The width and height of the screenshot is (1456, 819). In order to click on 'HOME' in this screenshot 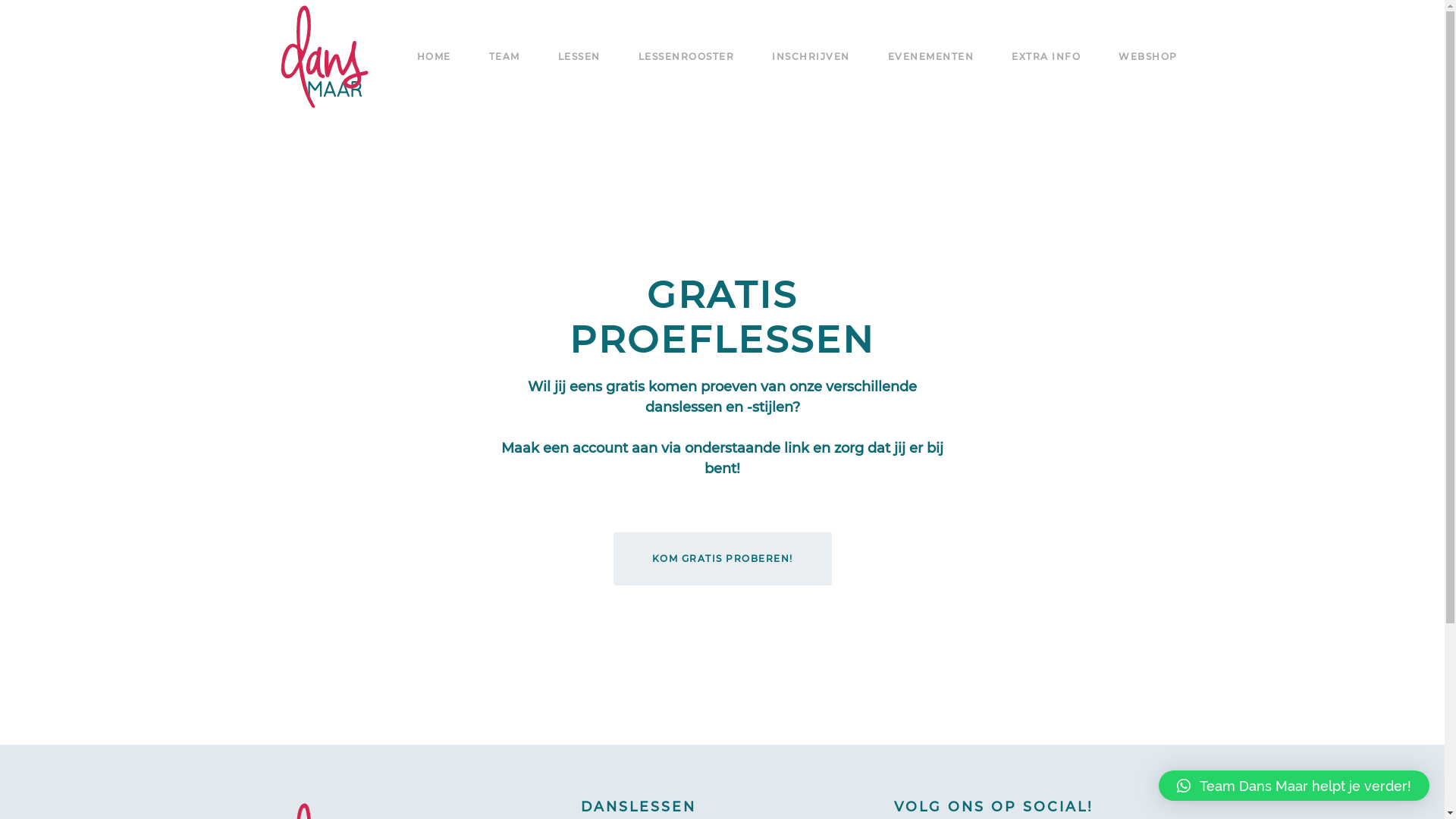, I will do `click(433, 55)`.